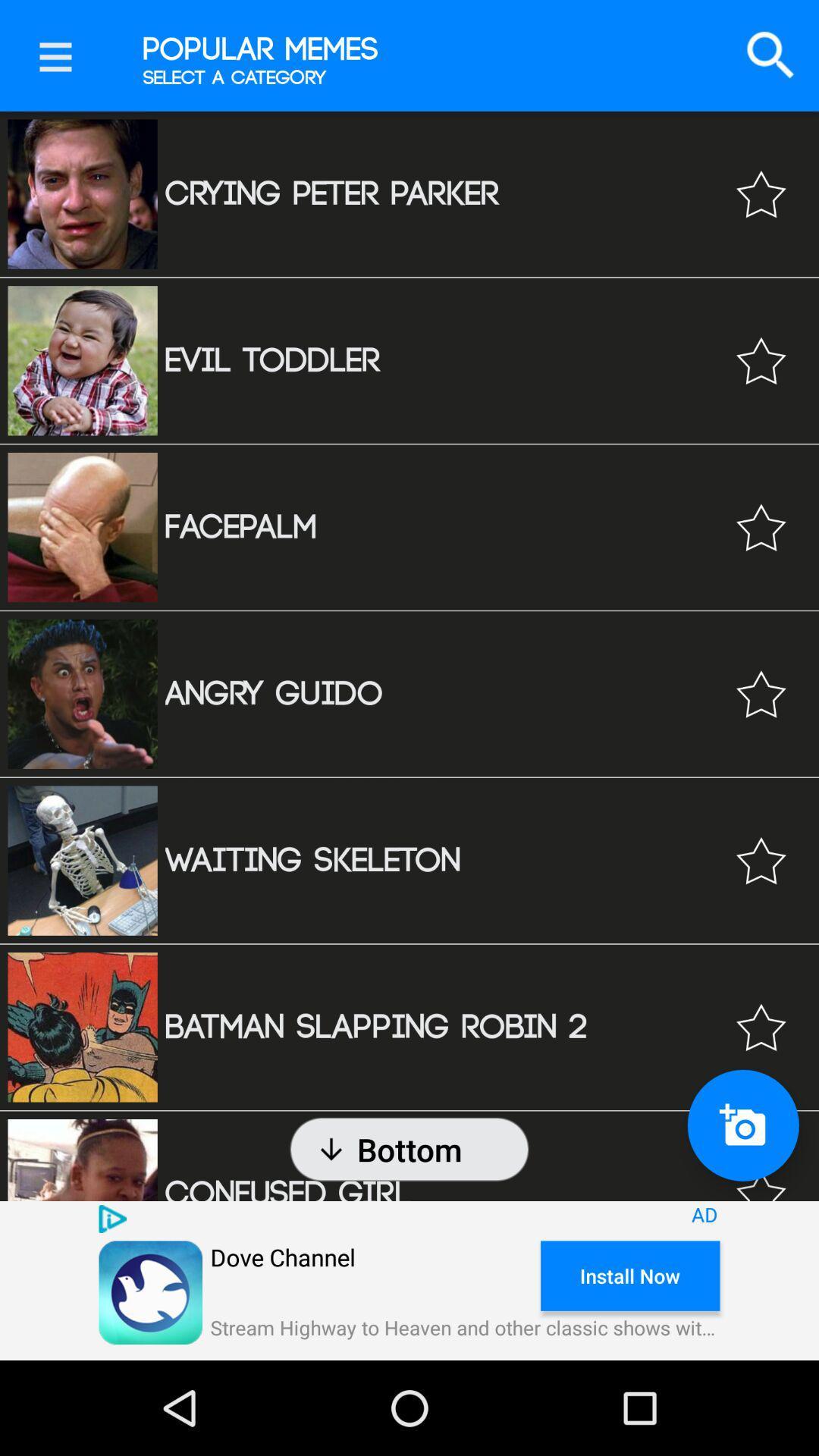  What do you see at coordinates (761, 359) in the screenshot?
I see `favorite` at bounding box center [761, 359].